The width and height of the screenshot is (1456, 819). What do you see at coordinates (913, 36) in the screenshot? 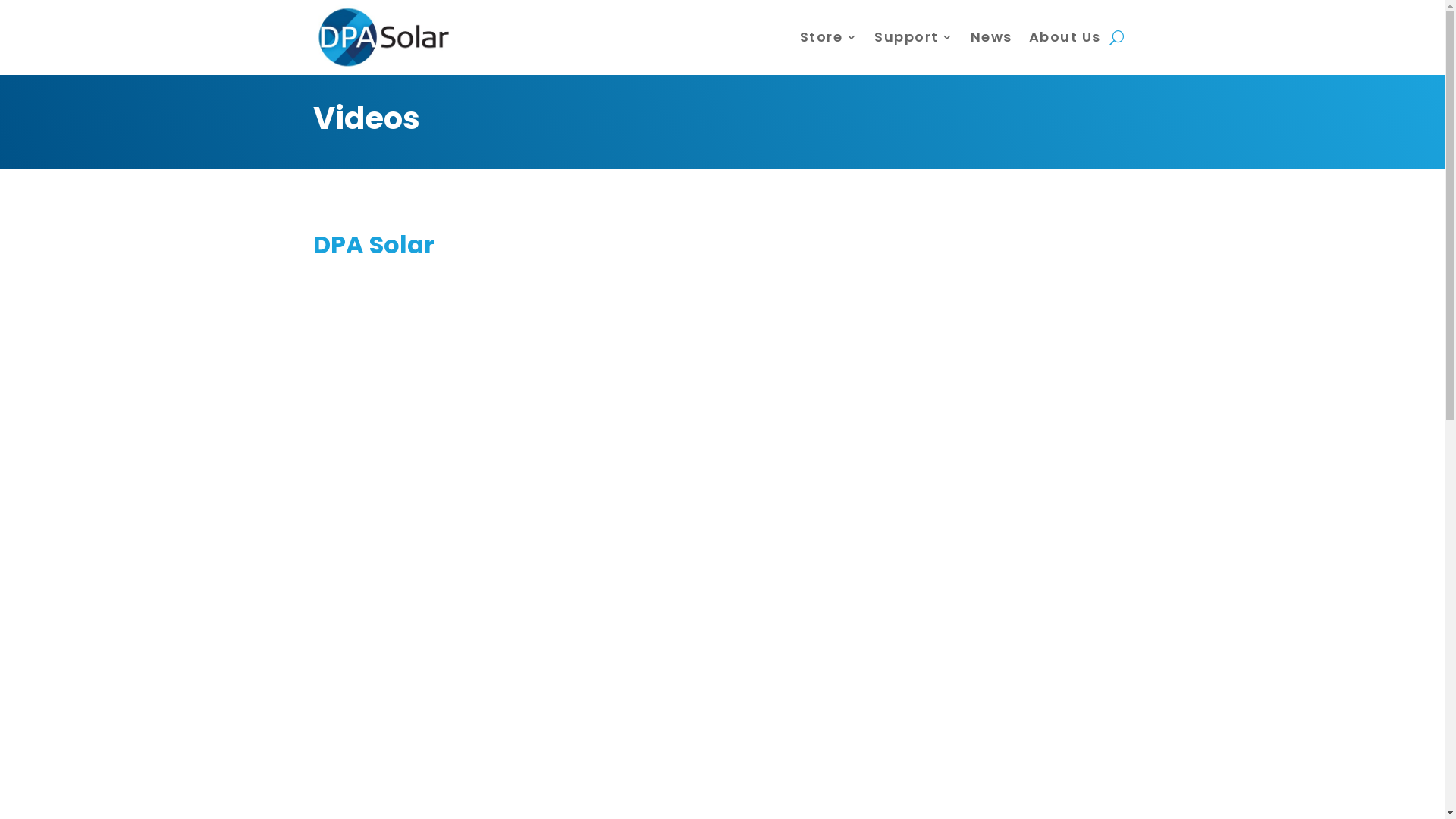
I see `'Support'` at bounding box center [913, 36].